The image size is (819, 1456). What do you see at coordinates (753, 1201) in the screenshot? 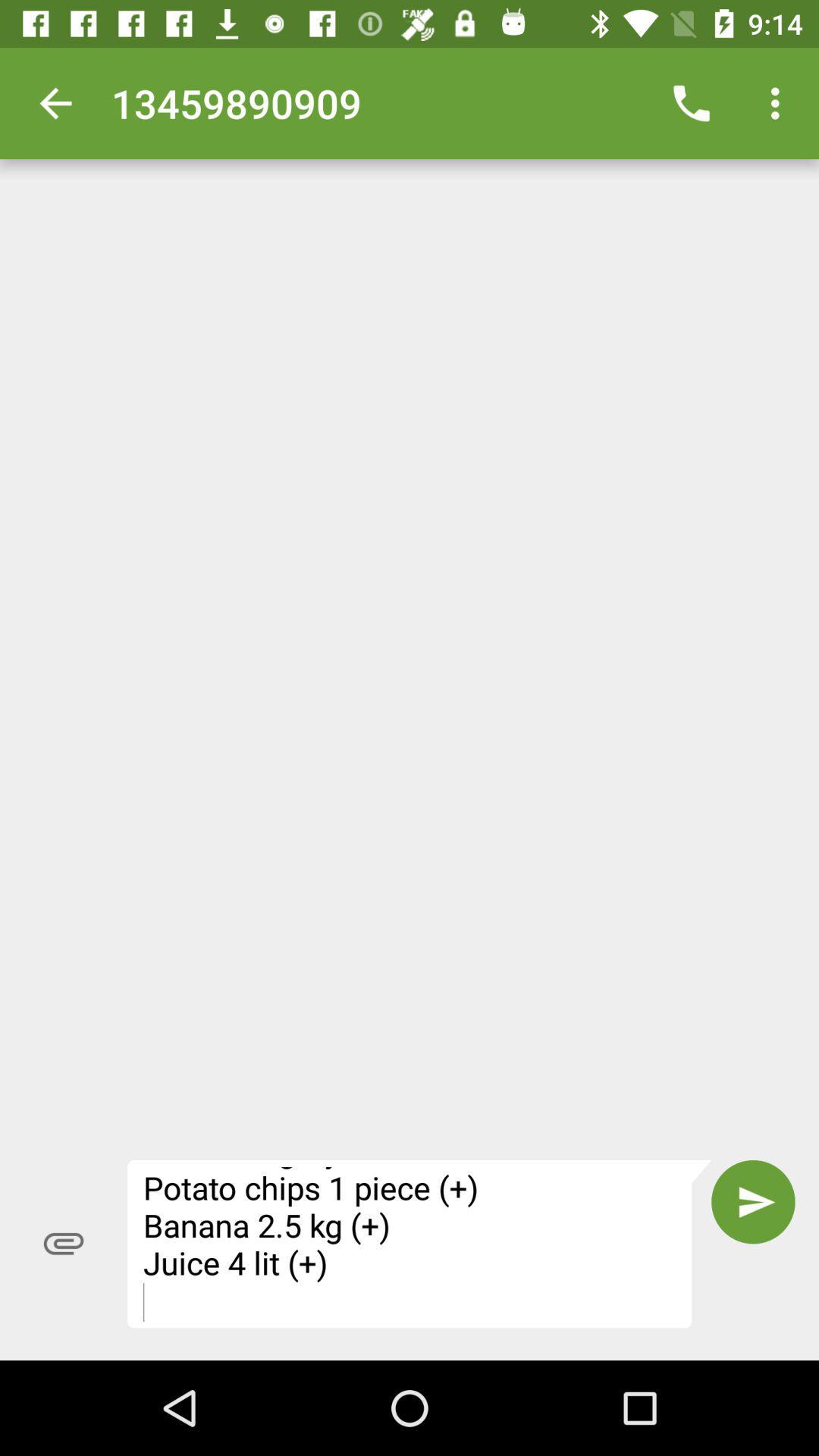
I see `icon next to fivefly shopping list item` at bounding box center [753, 1201].